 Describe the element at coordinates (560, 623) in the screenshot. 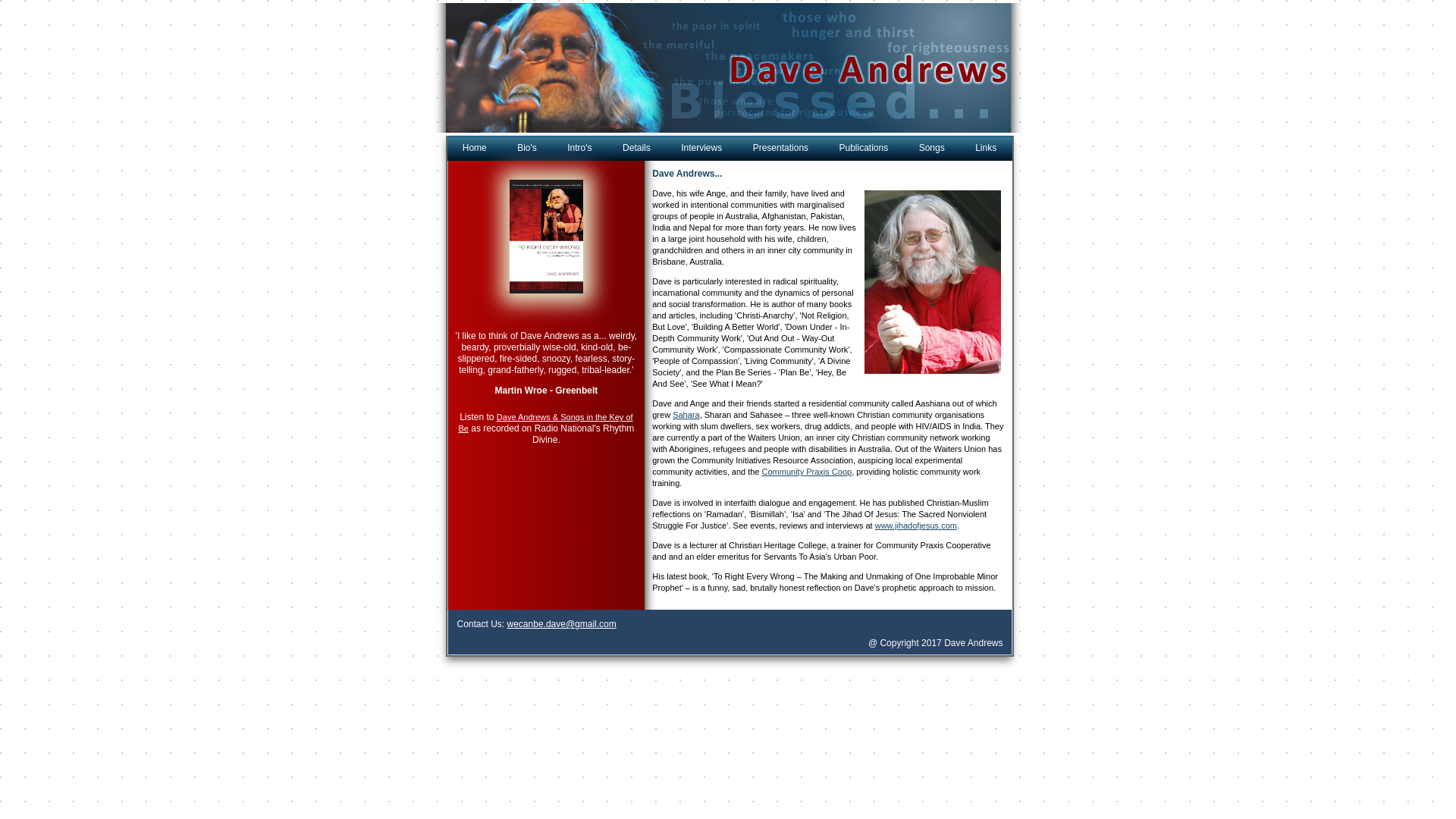

I see `'wecanbe.dave@gmail.com'` at that location.